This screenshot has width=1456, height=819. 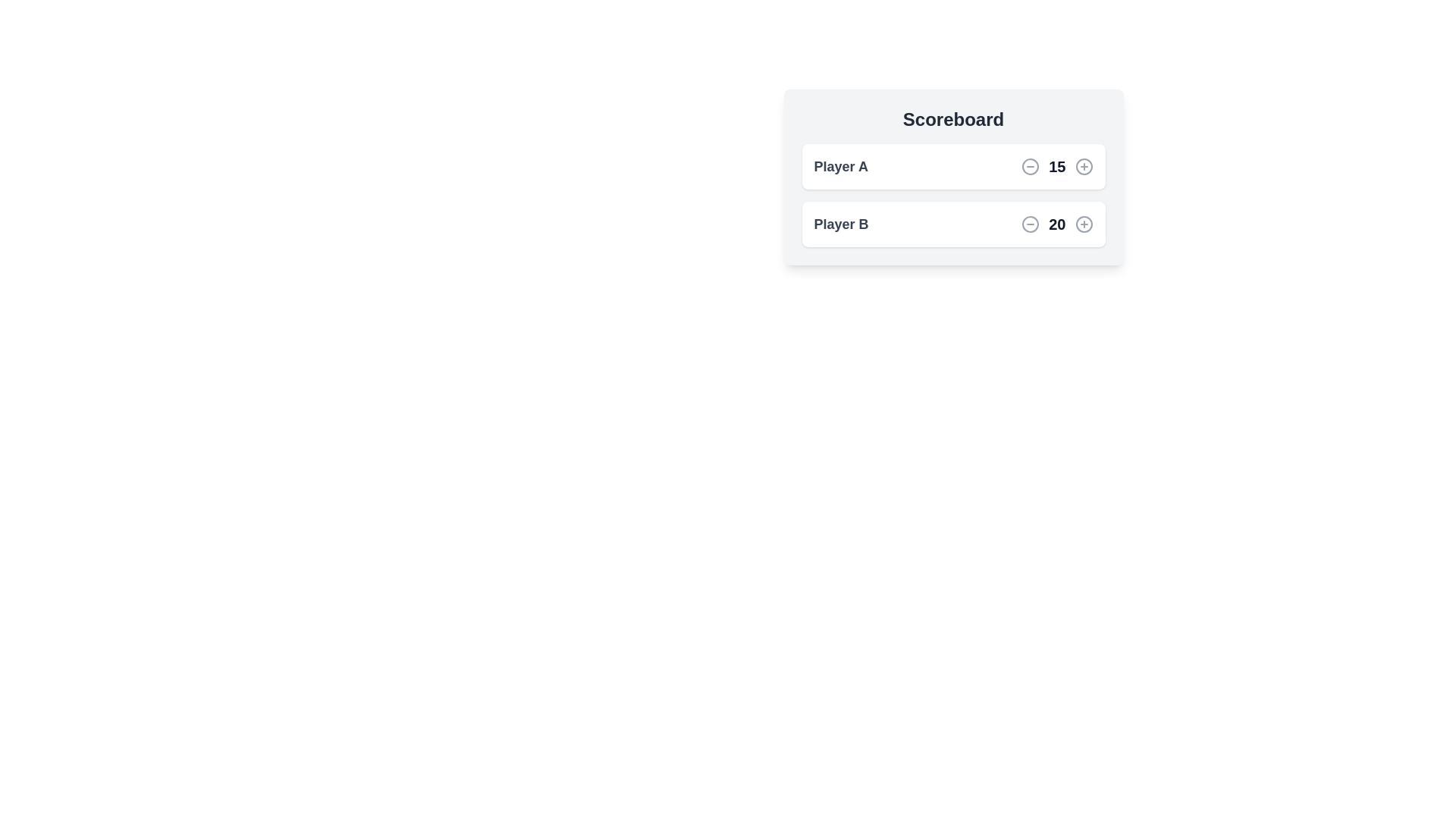 What do you see at coordinates (1030, 166) in the screenshot?
I see `the decrement button located in the first row under the 'Scoreboard' header, next to the 'Player A' label, to decrease the score` at bounding box center [1030, 166].